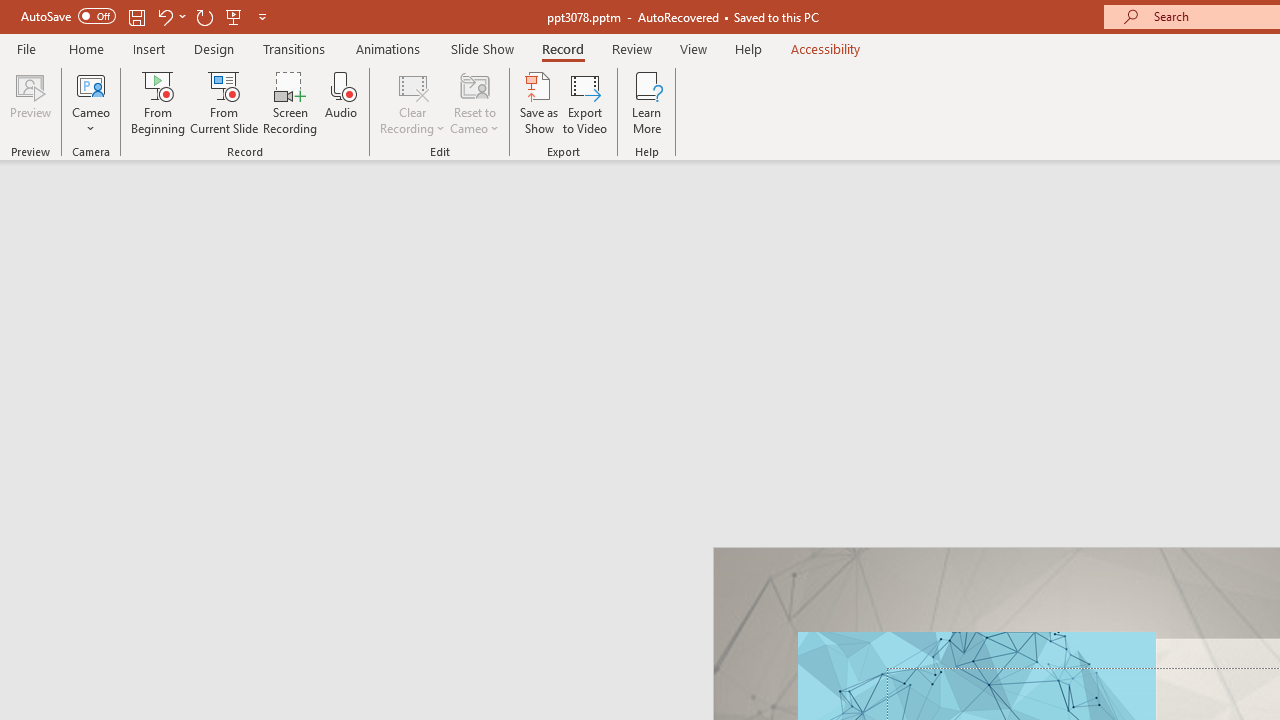  What do you see at coordinates (539, 103) in the screenshot?
I see `'Save as Show'` at bounding box center [539, 103].